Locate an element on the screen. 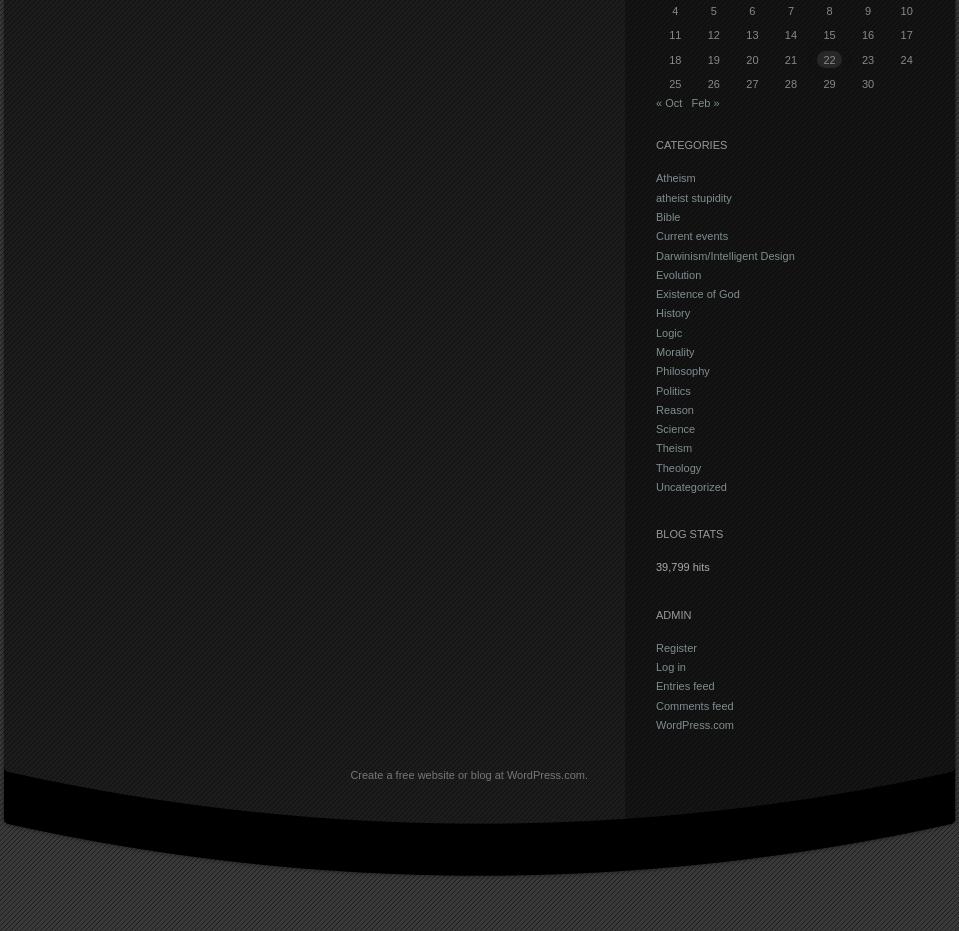 Image resolution: width=959 pixels, height=931 pixels. '18' is located at coordinates (675, 58).